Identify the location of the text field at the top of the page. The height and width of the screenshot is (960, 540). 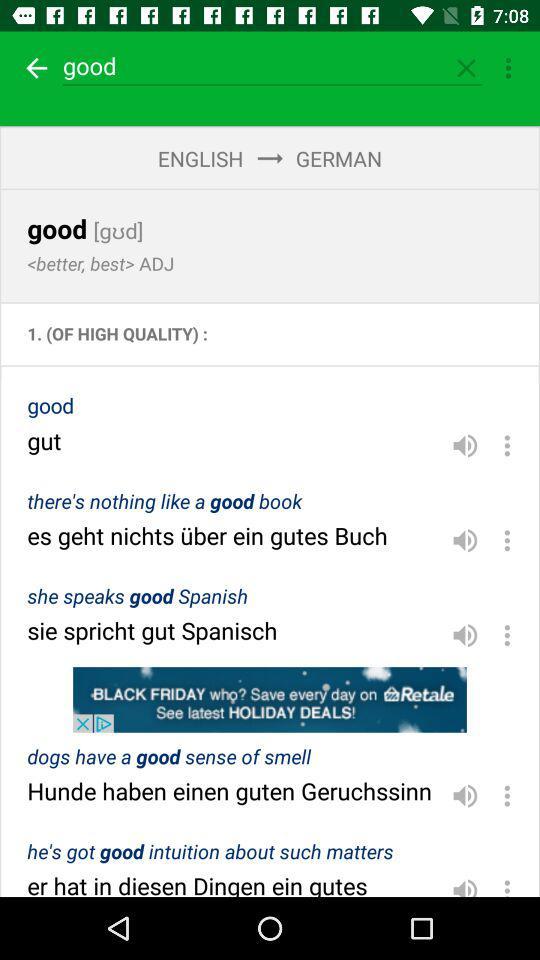
(272, 66).